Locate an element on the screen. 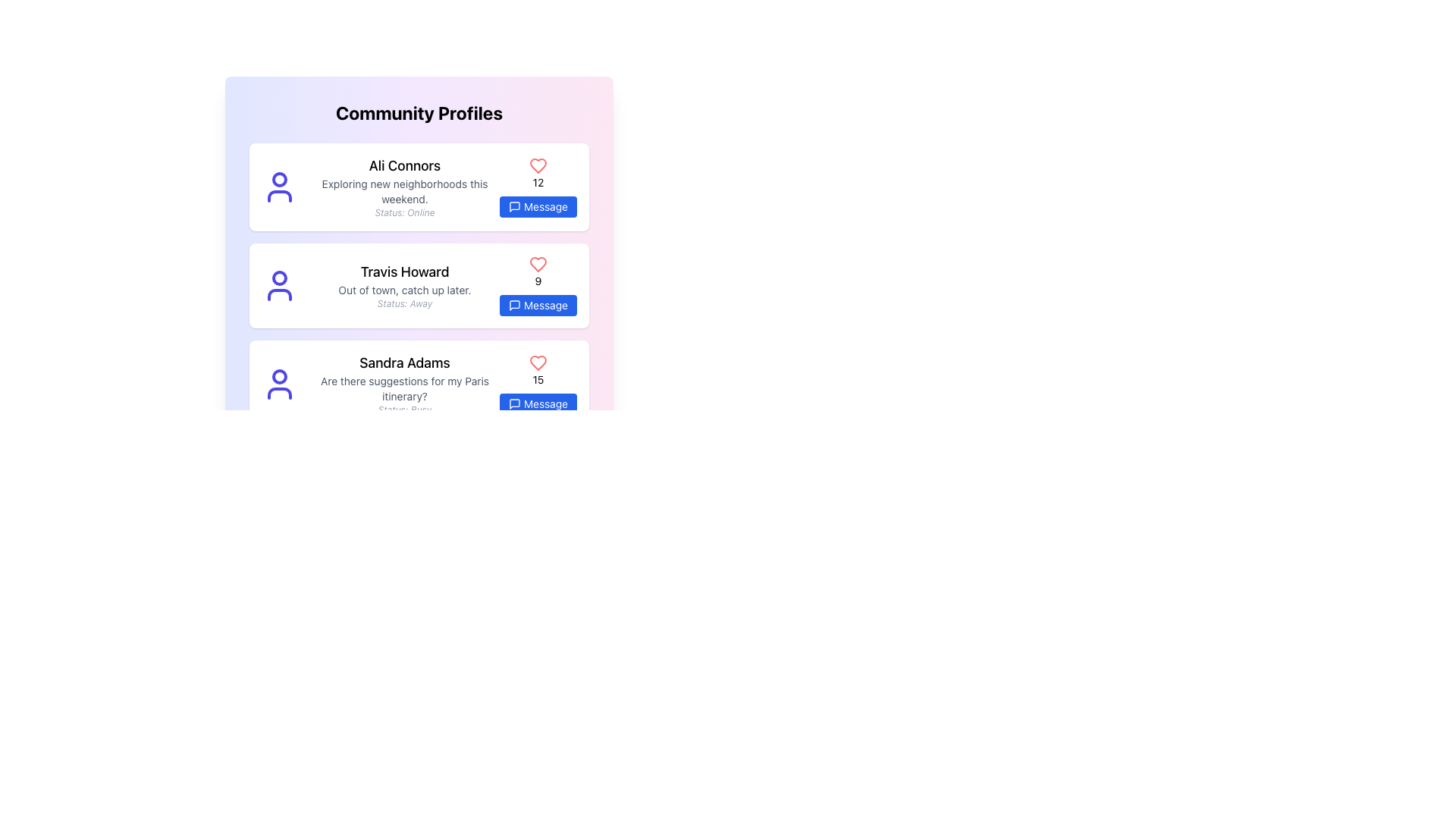 This screenshot has height=819, width=1456. the heart icon located in the top-right corner of the third profile card in the 'Community Profiles' section to mark it as liked is located at coordinates (538, 362).